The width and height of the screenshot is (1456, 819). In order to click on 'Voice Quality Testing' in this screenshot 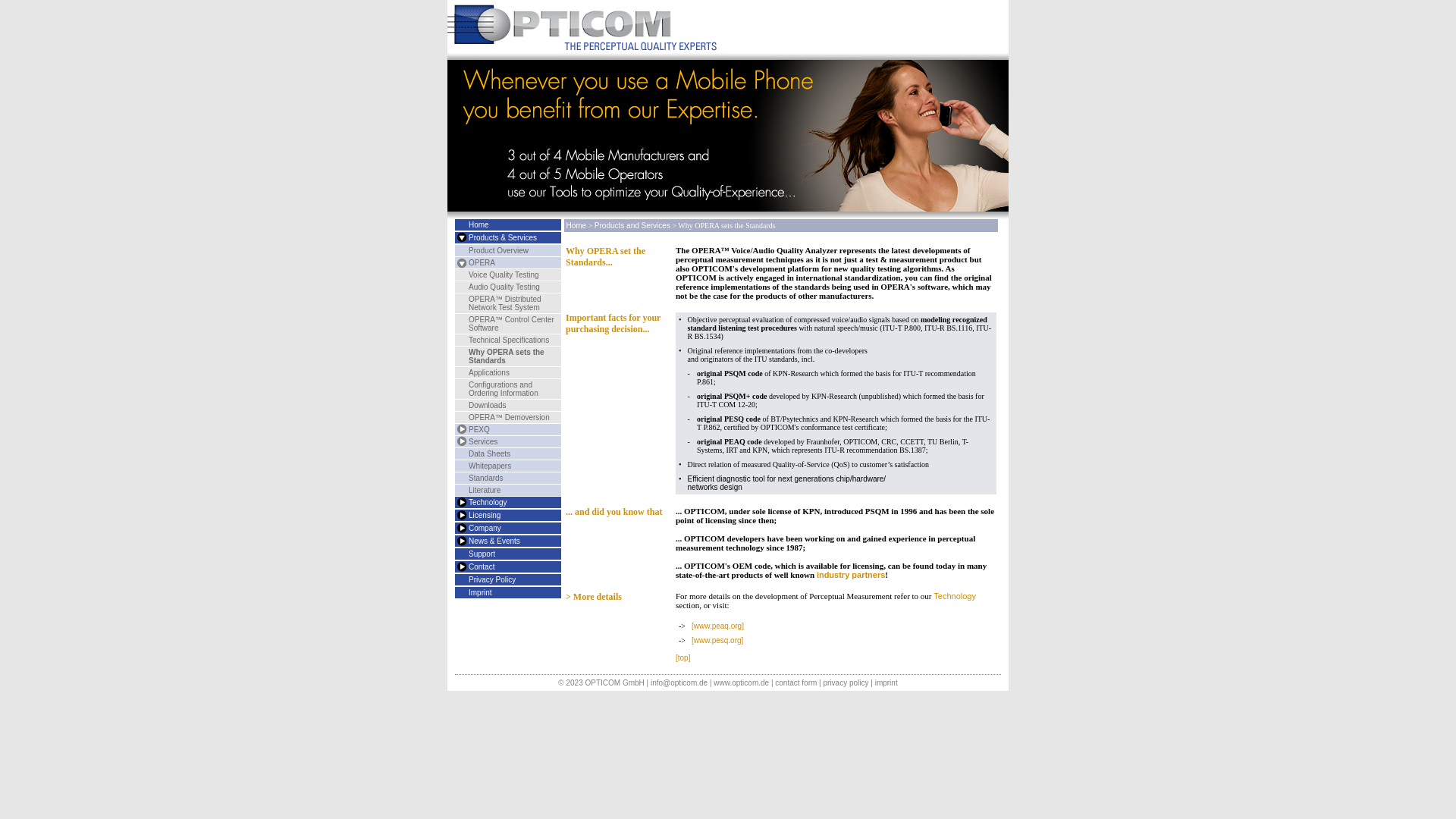, I will do `click(468, 275)`.